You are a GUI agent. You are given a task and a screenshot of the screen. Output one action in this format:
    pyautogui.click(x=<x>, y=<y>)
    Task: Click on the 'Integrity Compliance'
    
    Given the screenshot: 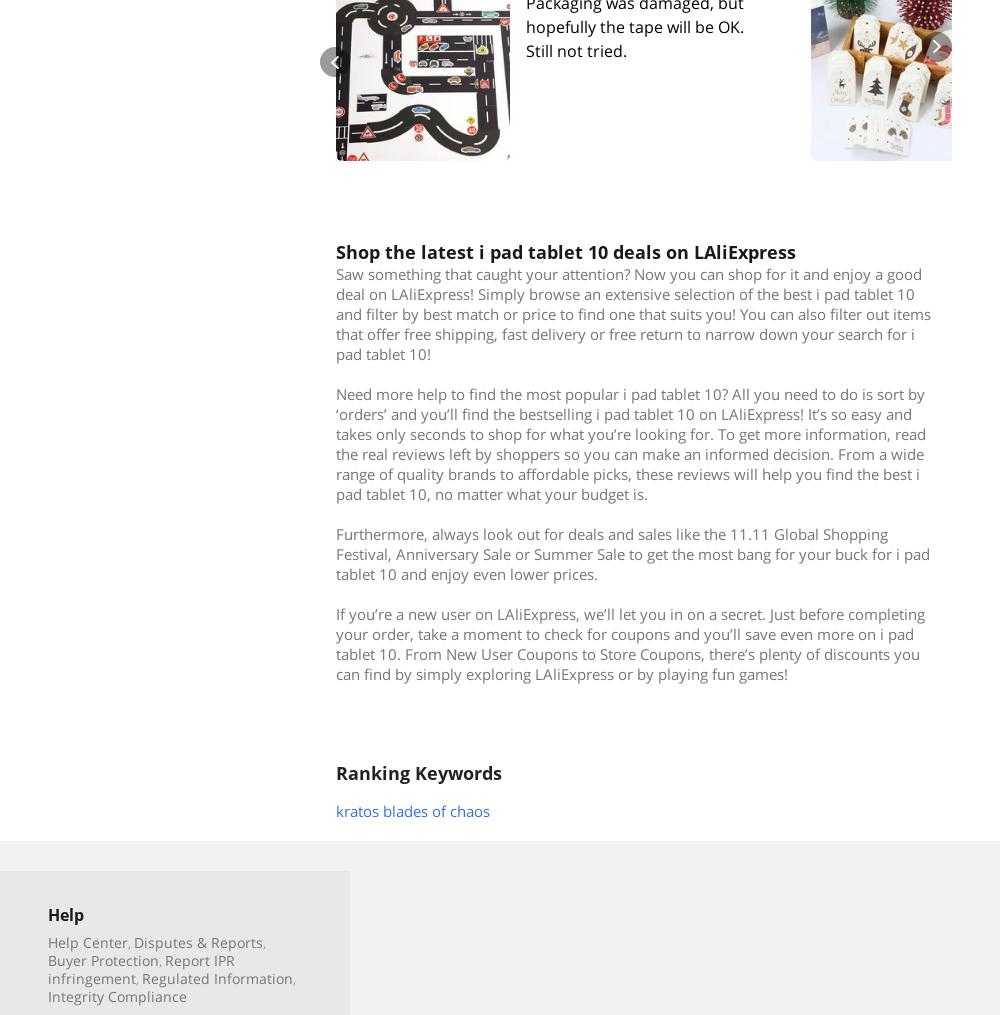 What is the action you would take?
    pyautogui.click(x=48, y=995)
    